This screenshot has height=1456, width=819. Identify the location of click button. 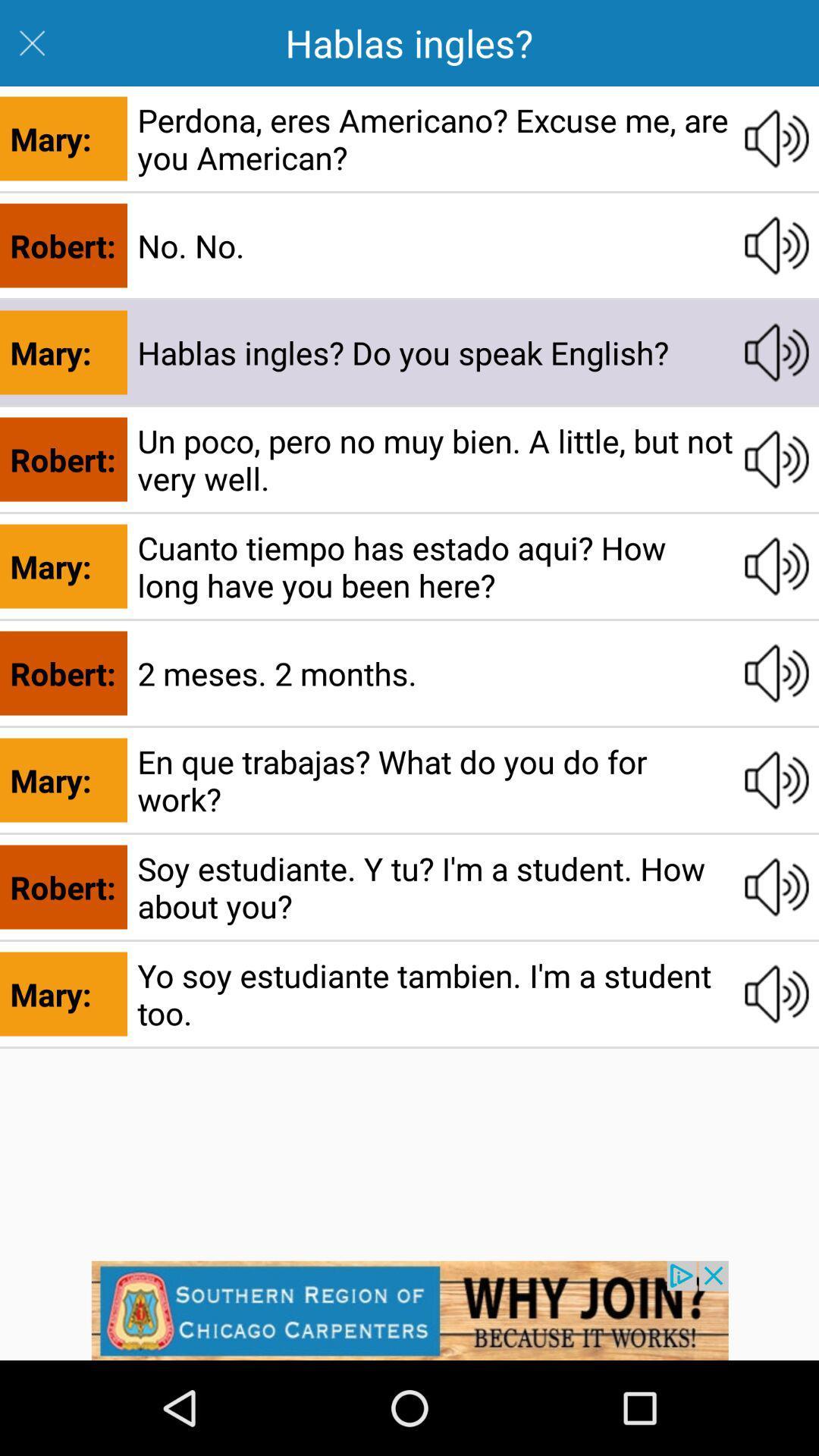
(777, 566).